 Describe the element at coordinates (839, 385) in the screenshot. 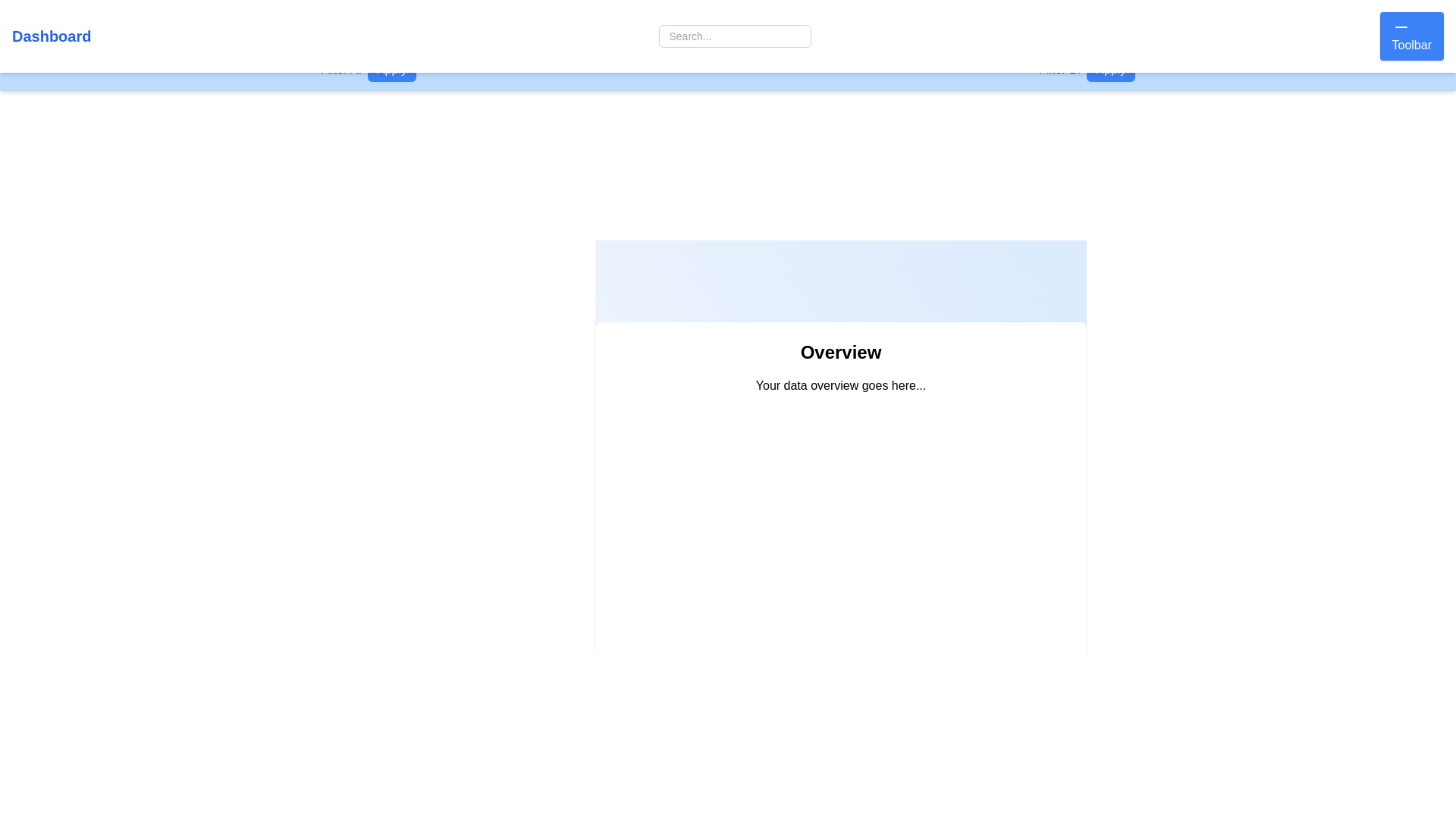

I see `the static text content positioned directly below the 'Overview' title, which serves as a placeholder or informational message` at that location.